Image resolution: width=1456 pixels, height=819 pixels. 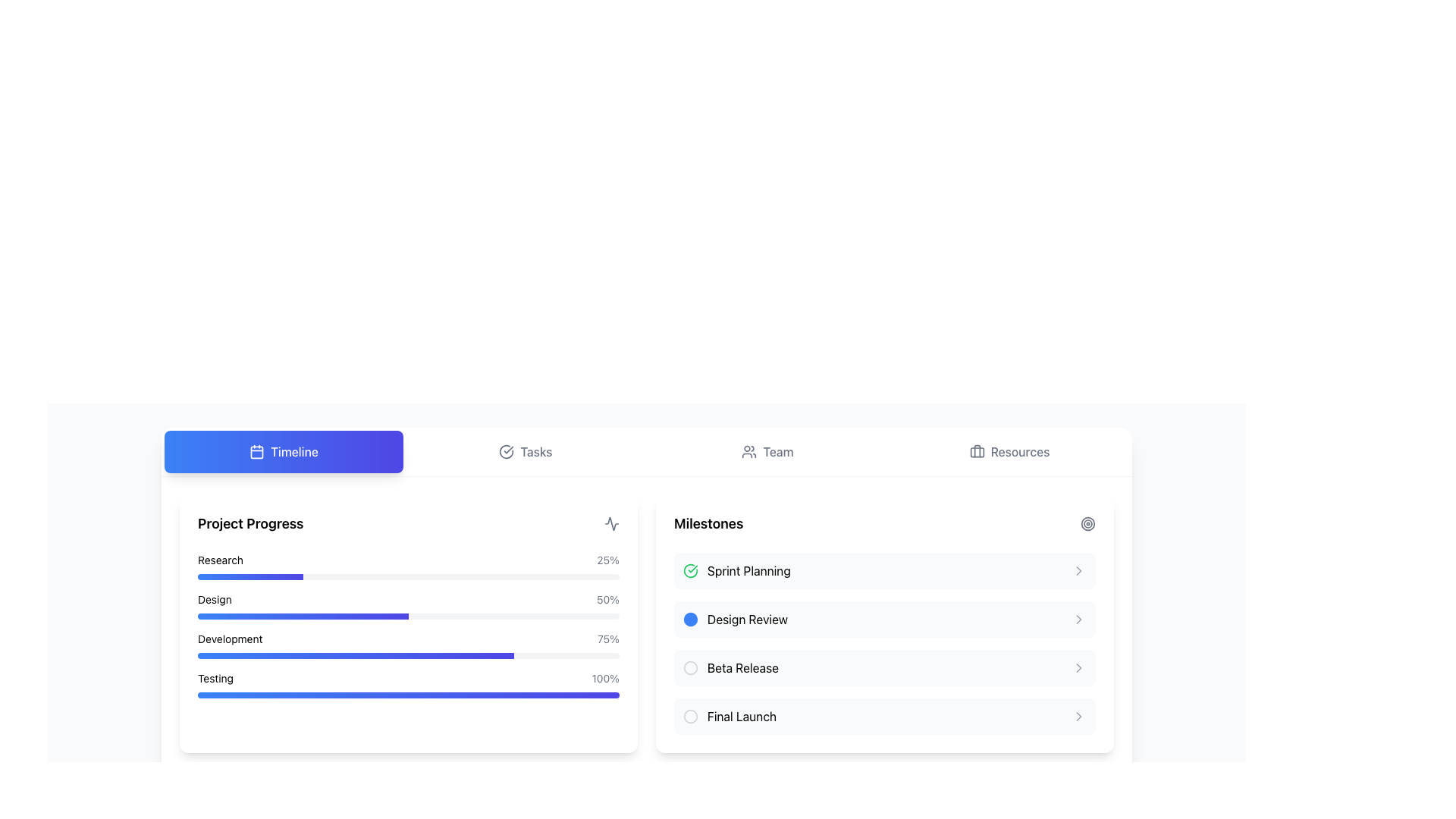 I want to click on the 'Beta Release' label with a circular icon, located under the 'Milestones' section, so click(x=731, y=667).